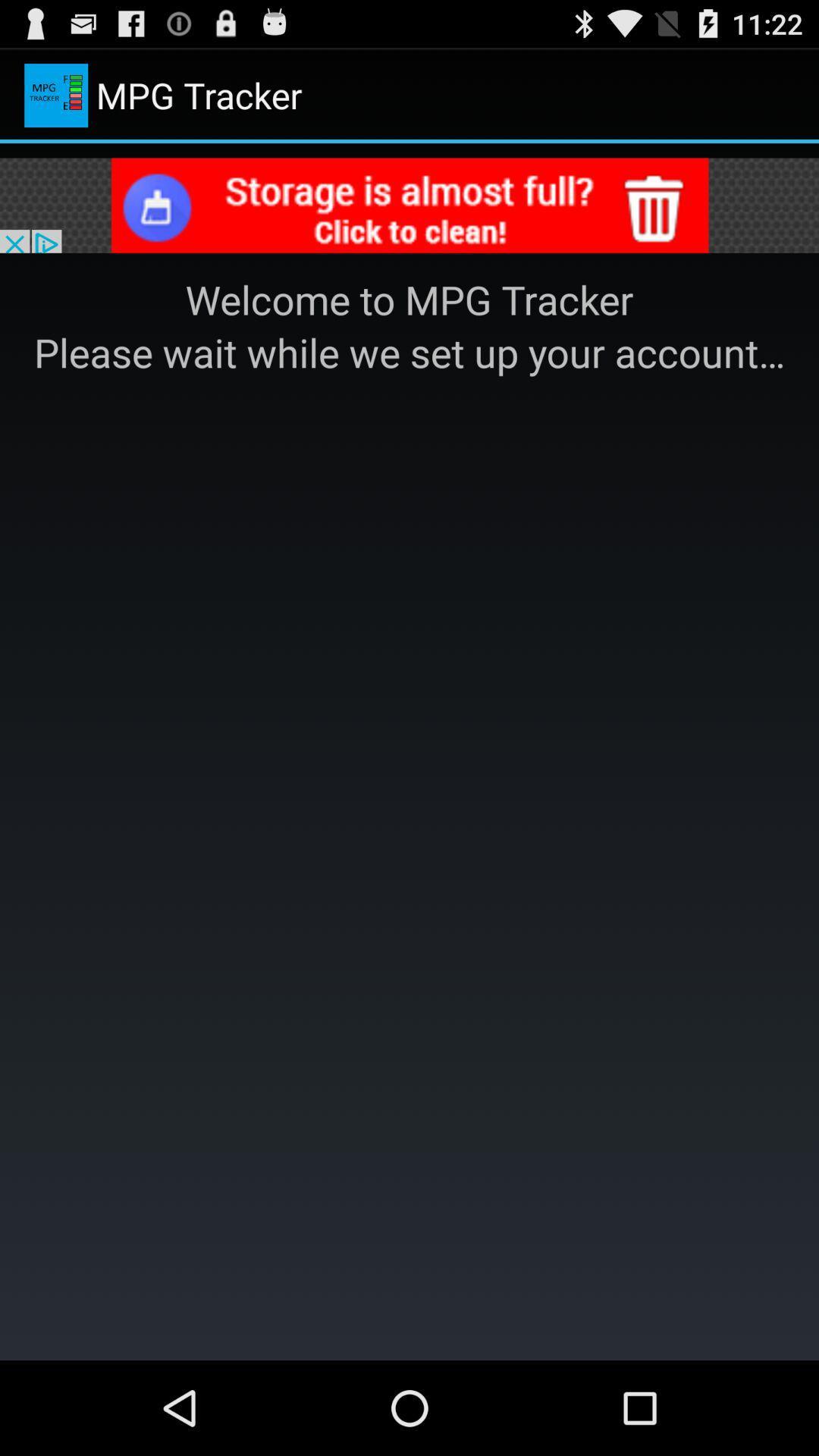 The width and height of the screenshot is (819, 1456). I want to click on advertising, so click(409, 207).